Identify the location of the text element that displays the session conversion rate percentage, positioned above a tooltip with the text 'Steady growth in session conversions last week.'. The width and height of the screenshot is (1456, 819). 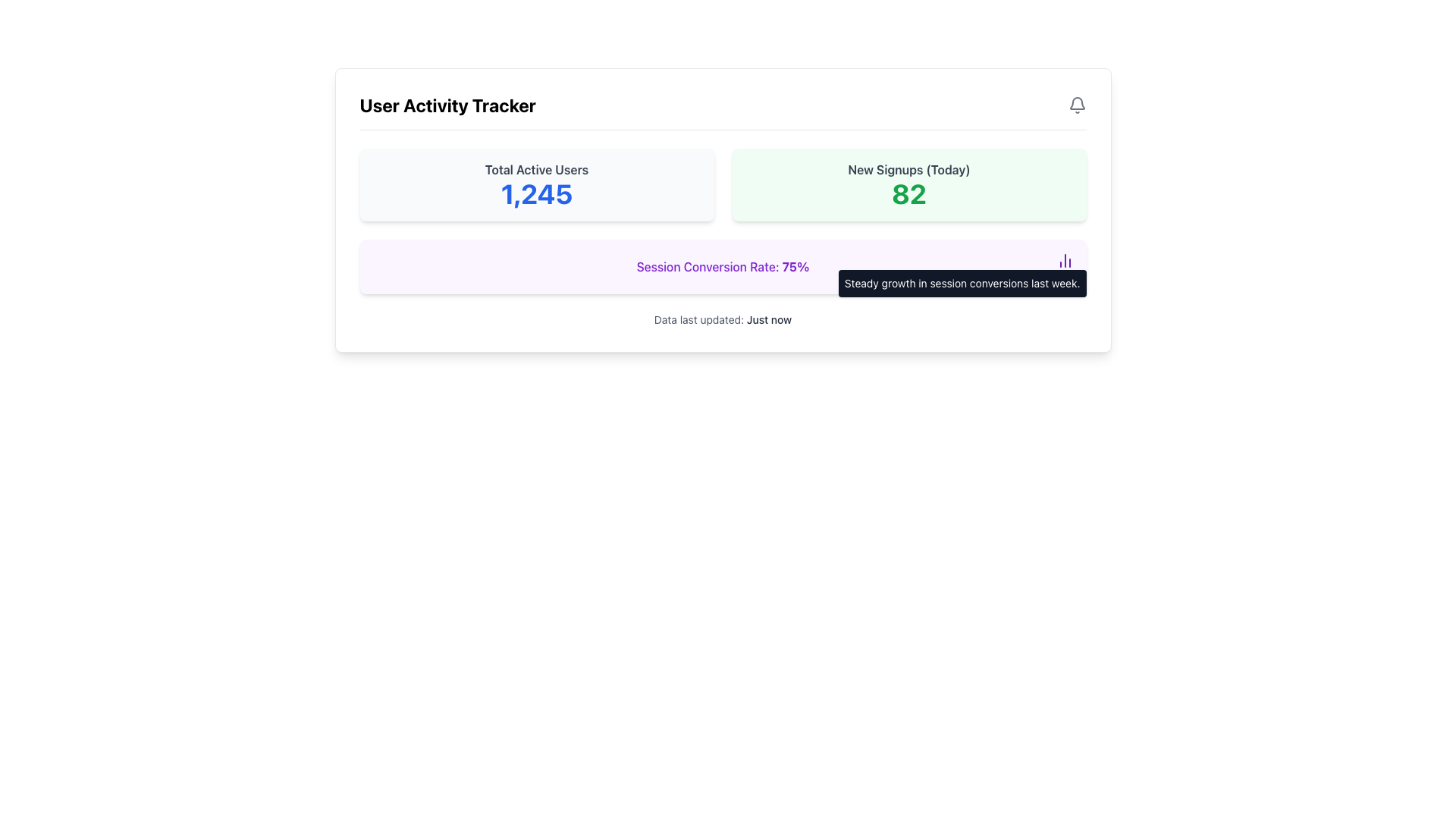
(722, 265).